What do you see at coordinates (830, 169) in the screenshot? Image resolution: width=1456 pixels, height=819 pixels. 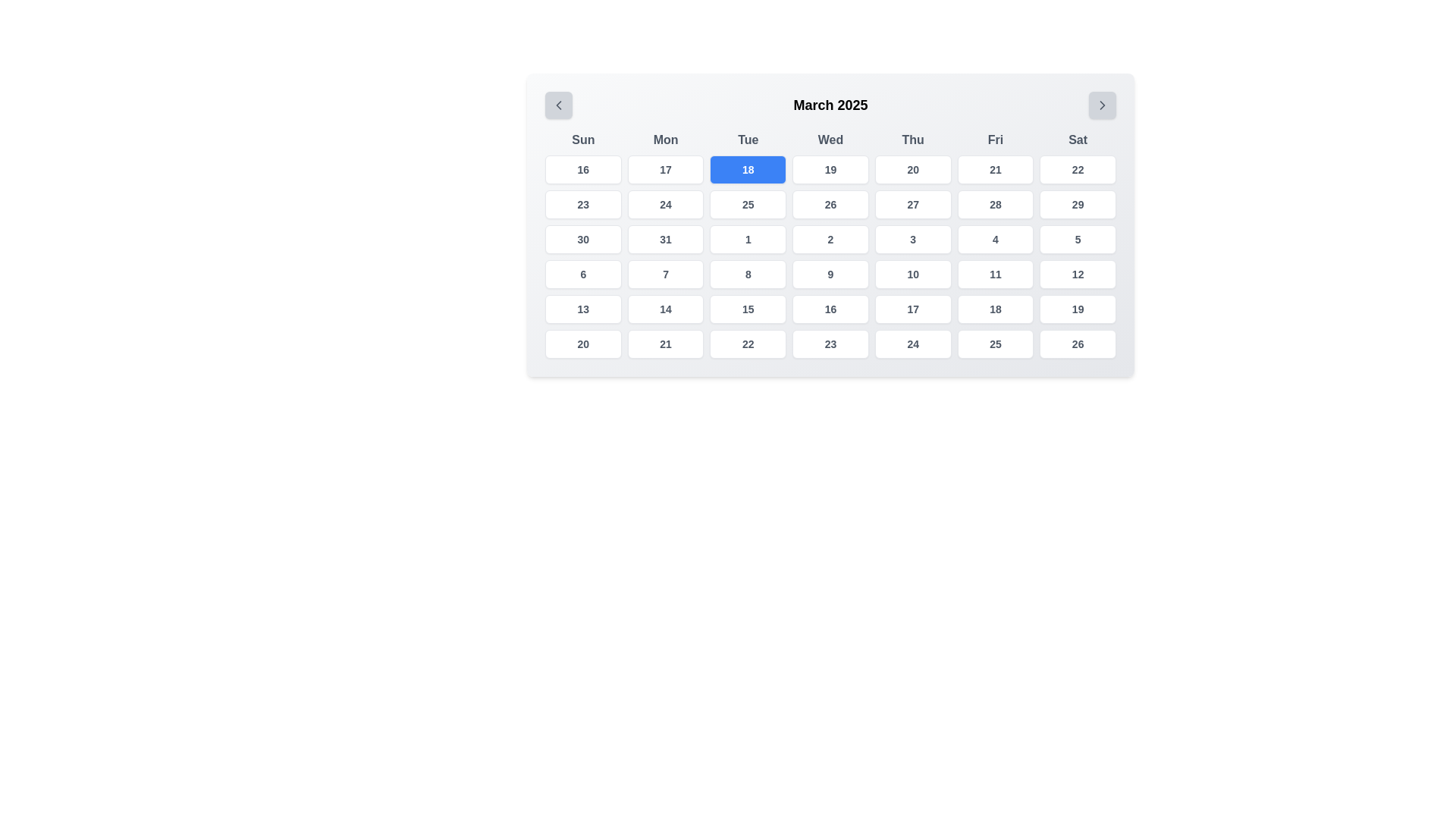 I see `the rectangular button displaying the number '19' with a white background and rounded corners, located under the 'Wed' column in the first row of dates` at bounding box center [830, 169].